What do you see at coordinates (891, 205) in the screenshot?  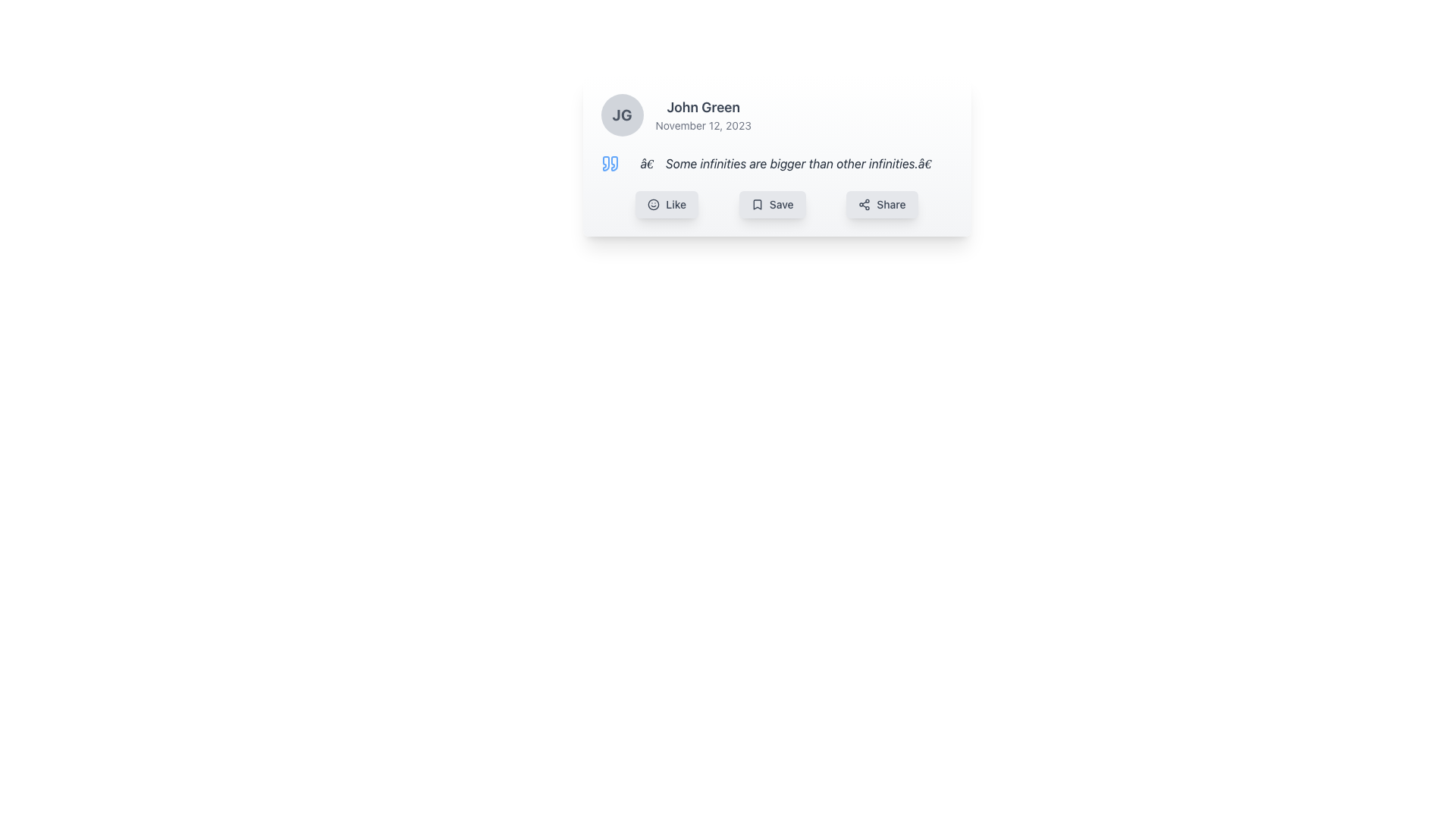 I see `the last button in the horizontal row of three interactive buttons beneath the quote text in the card layout` at bounding box center [891, 205].